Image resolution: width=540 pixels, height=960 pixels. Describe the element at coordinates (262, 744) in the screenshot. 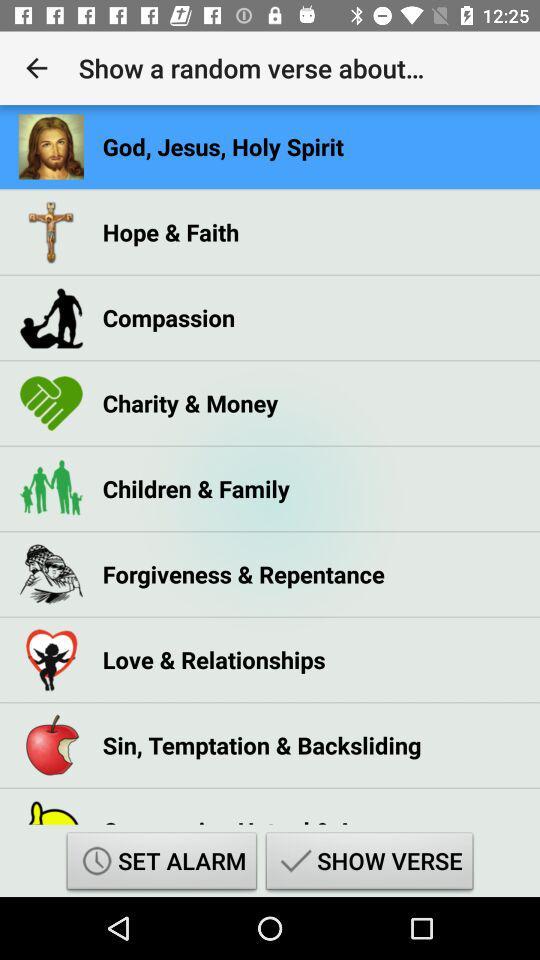

I see `the sin, temptation & backsliding icon` at that location.